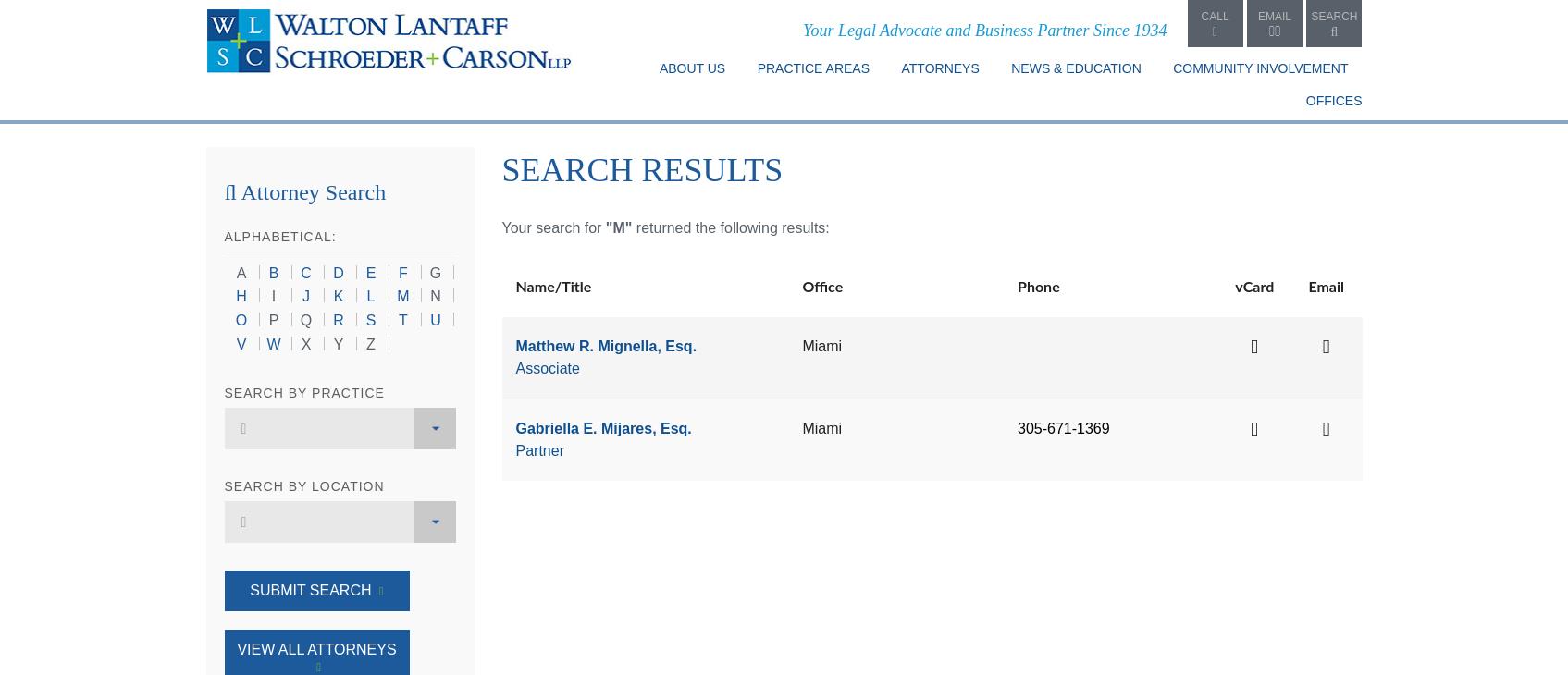 The height and width of the screenshot is (675, 1568). Describe the element at coordinates (1214, 16) in the screenshot. I see `'Call'` at that location.